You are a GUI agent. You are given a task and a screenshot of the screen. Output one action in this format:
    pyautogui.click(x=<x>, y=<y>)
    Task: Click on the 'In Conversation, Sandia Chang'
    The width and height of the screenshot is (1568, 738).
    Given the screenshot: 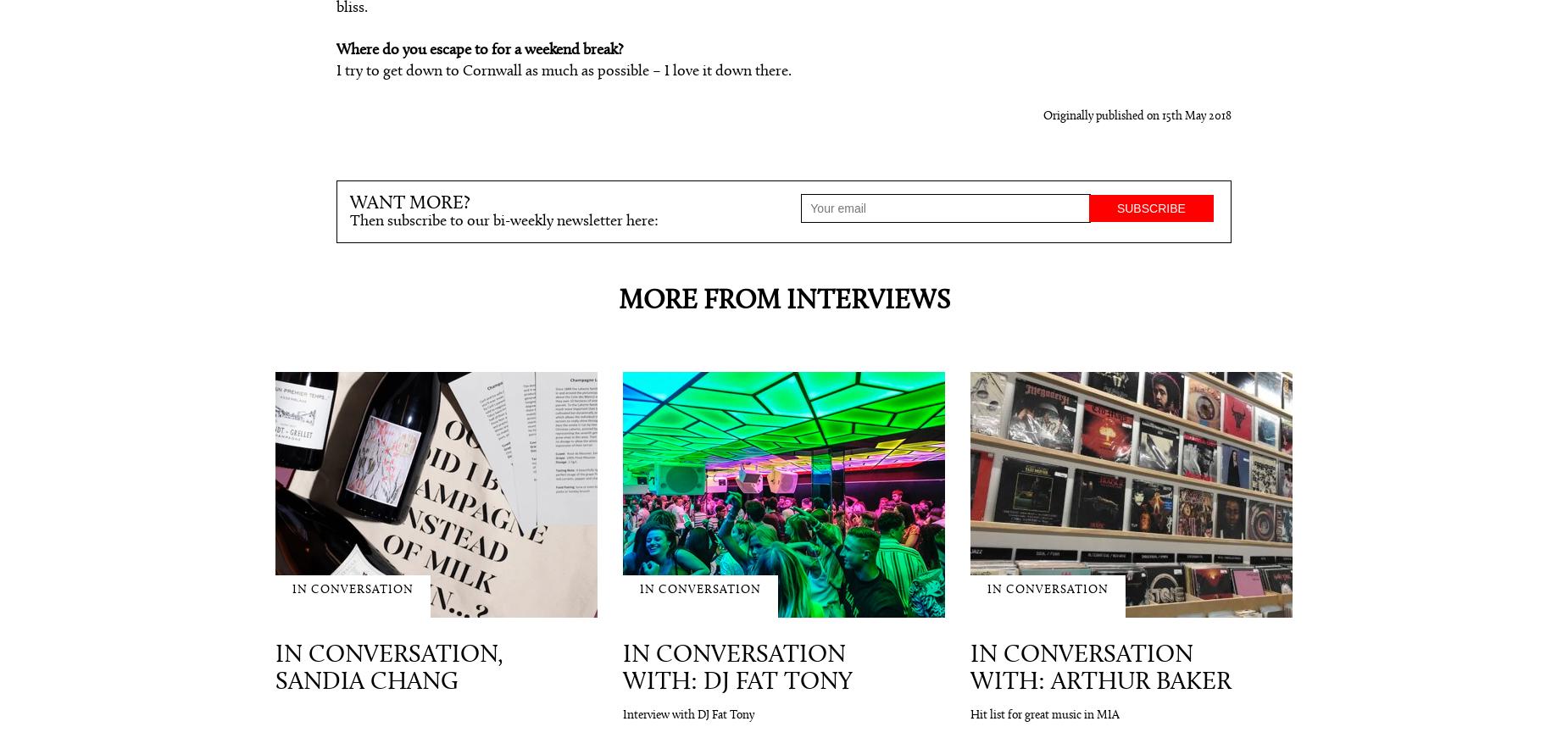 What is the action you would take?
    pyautogui.click(x=388, y=668)
    